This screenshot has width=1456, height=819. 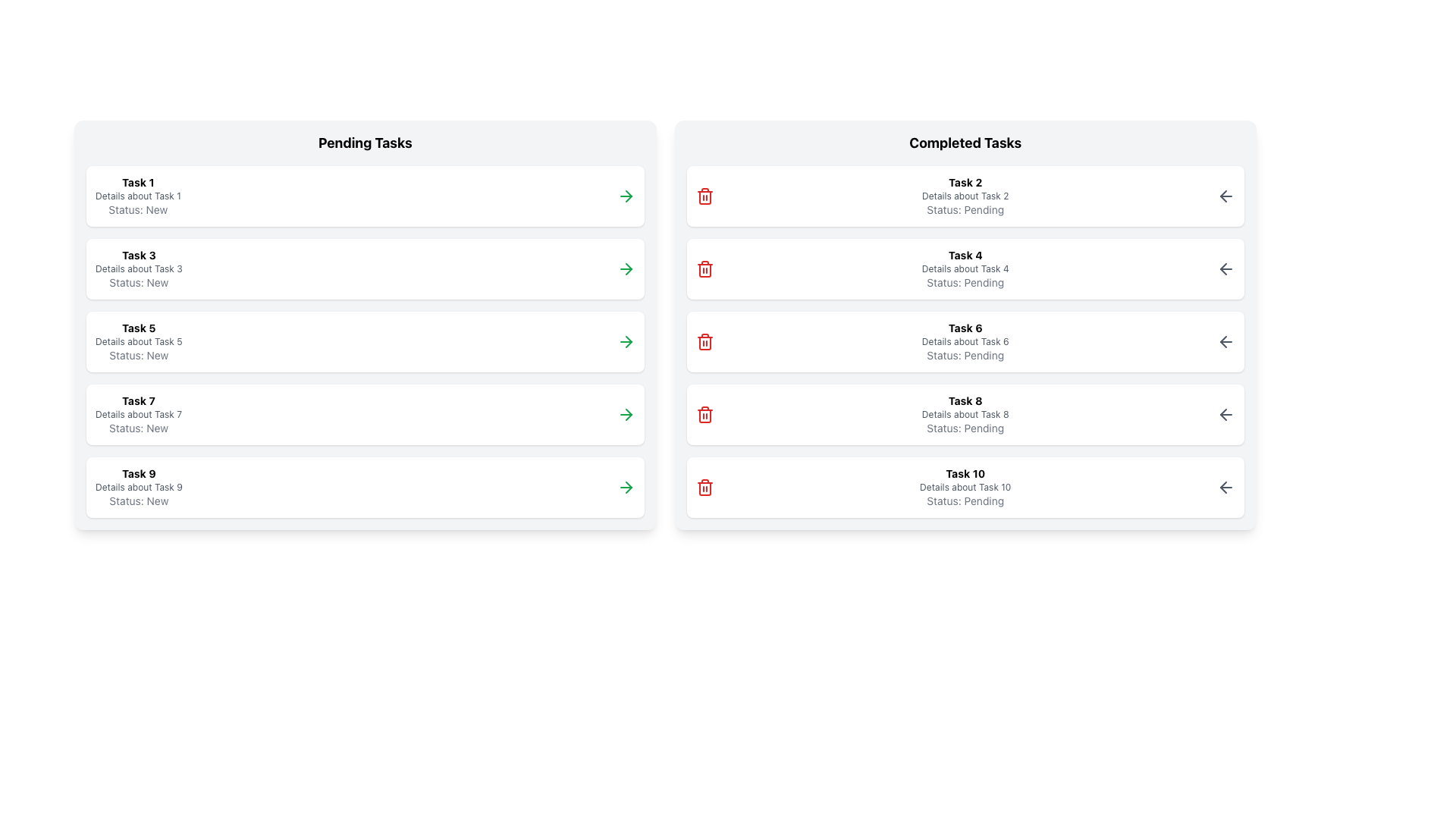 I want to click on detailed information displayed in the text block for 'Task 1', located in the first item of the 'Pending Tasks' section, so click(x=138, y=195).